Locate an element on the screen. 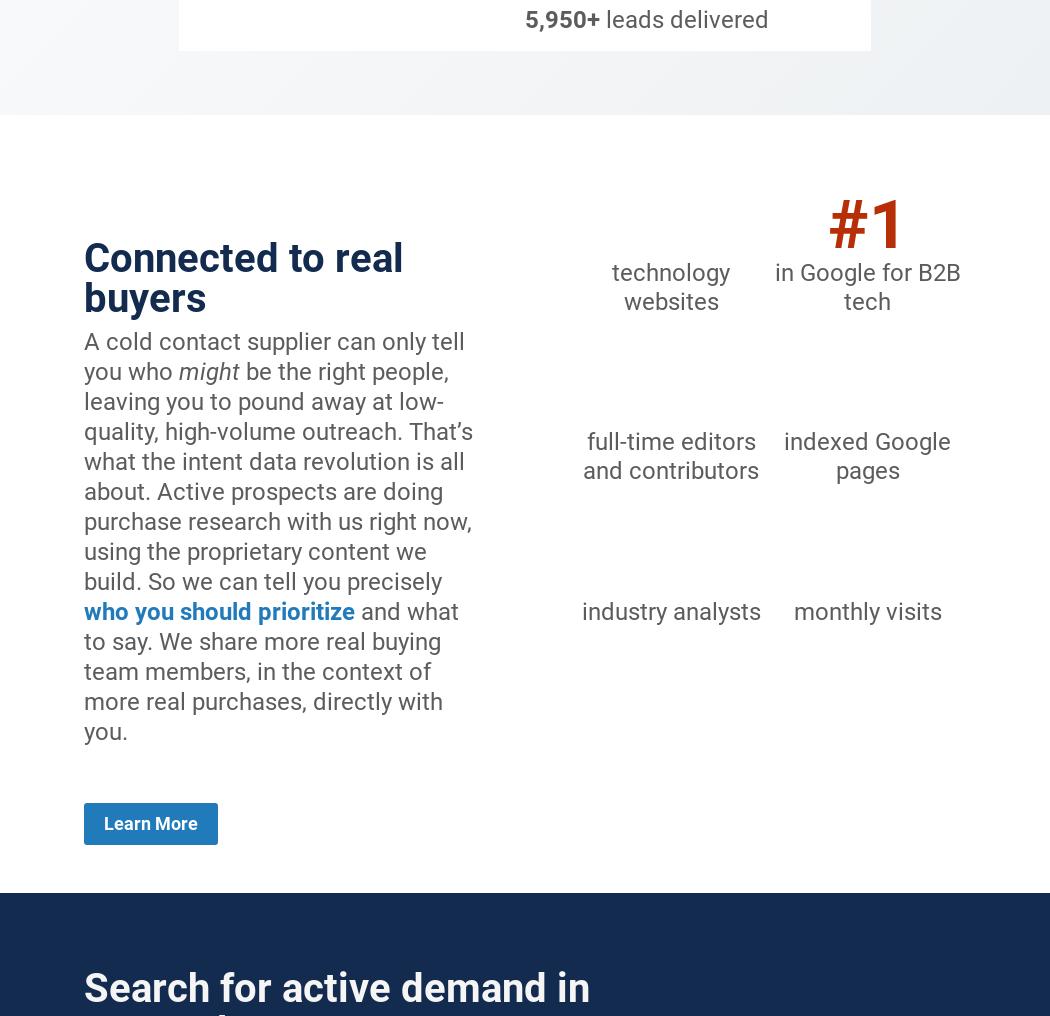 The image size is (1050, 1016). 'and what to say. We share more real buying team members, in the context of more real purchases, directly with you.' is located at coordinates (270, 669).